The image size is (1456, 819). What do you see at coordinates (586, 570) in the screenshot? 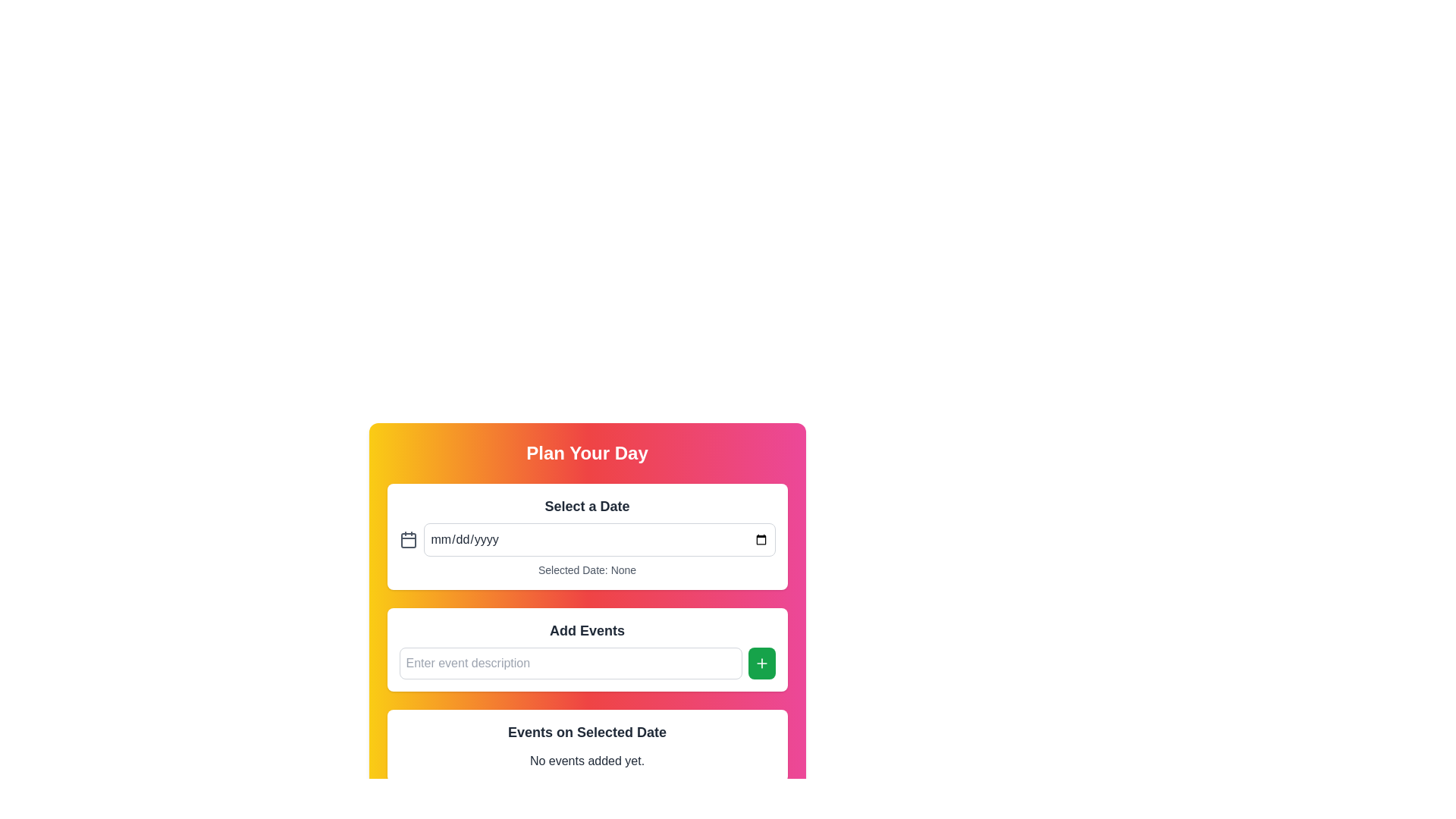
I see `the Status Text element, which displays the currently selected date or 'None' if no date has been selected, located below the date input field and calendar icon` at bounding box center [586, 570].